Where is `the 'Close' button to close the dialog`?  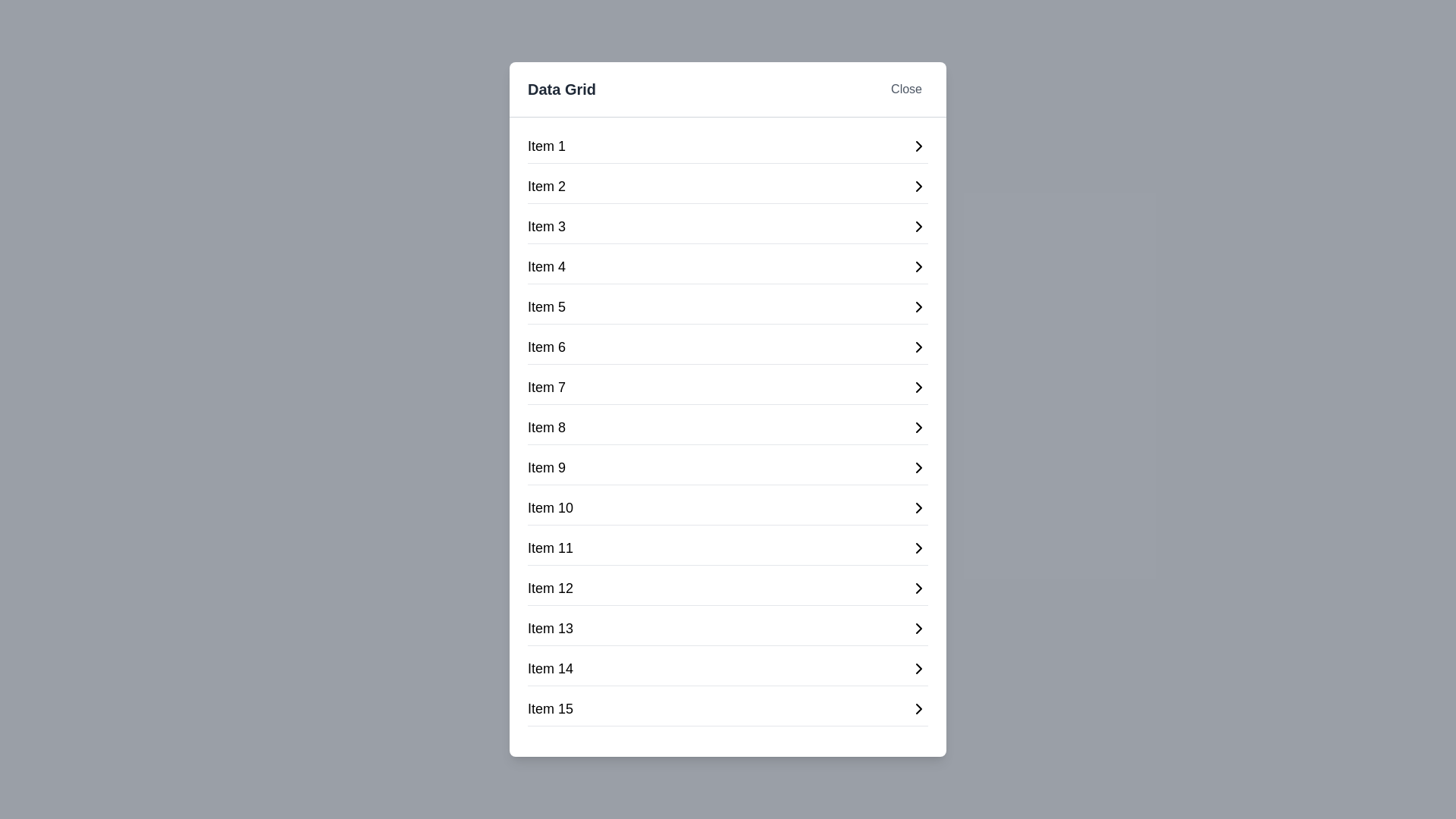
the 'Close' button to close the dialog is located at coordinates (906, 89).